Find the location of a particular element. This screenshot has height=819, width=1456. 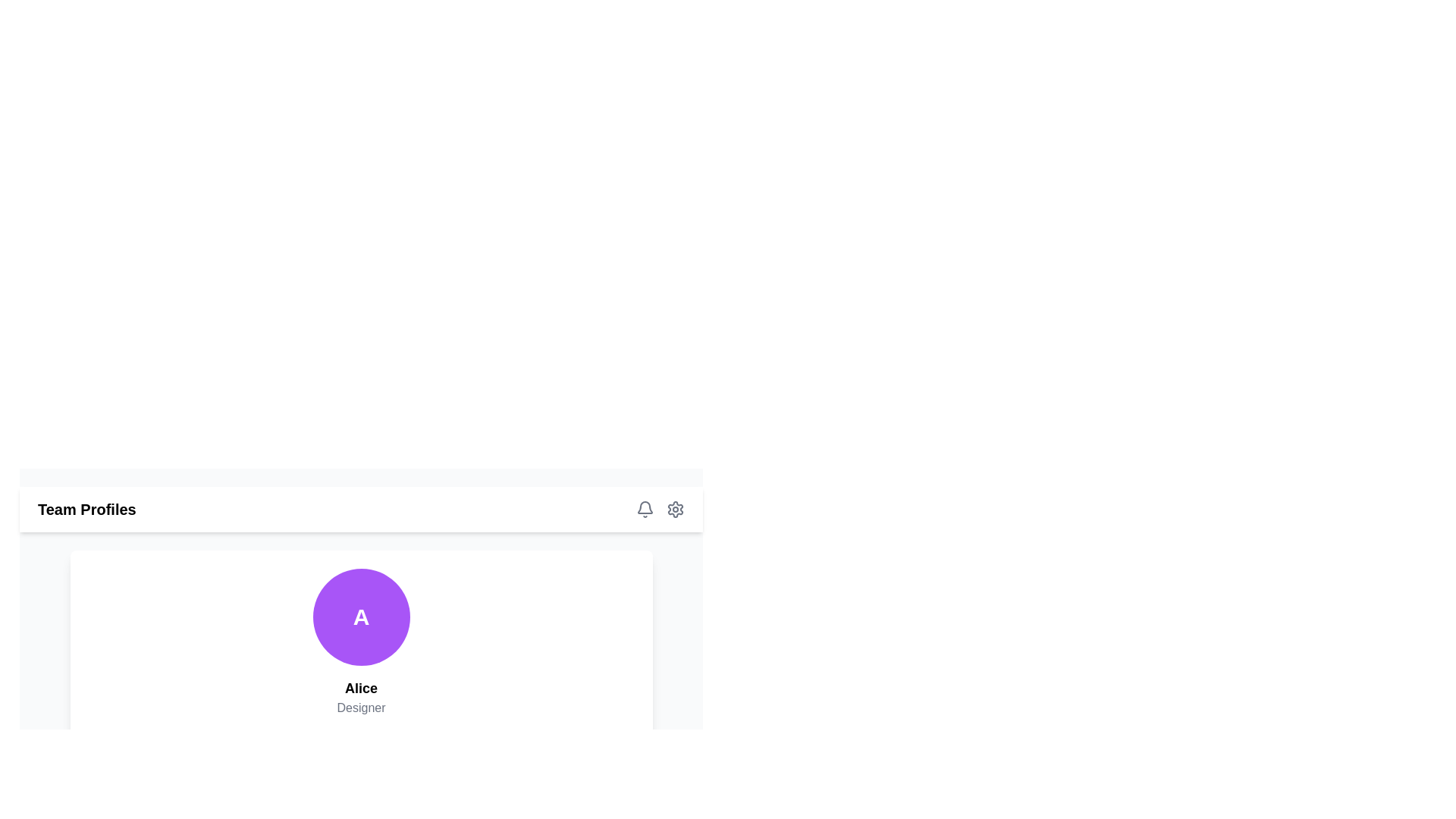

the gear icon in the notification and settings group located in the top-right corner of the navigation bar is located at coordinates (660, 509).